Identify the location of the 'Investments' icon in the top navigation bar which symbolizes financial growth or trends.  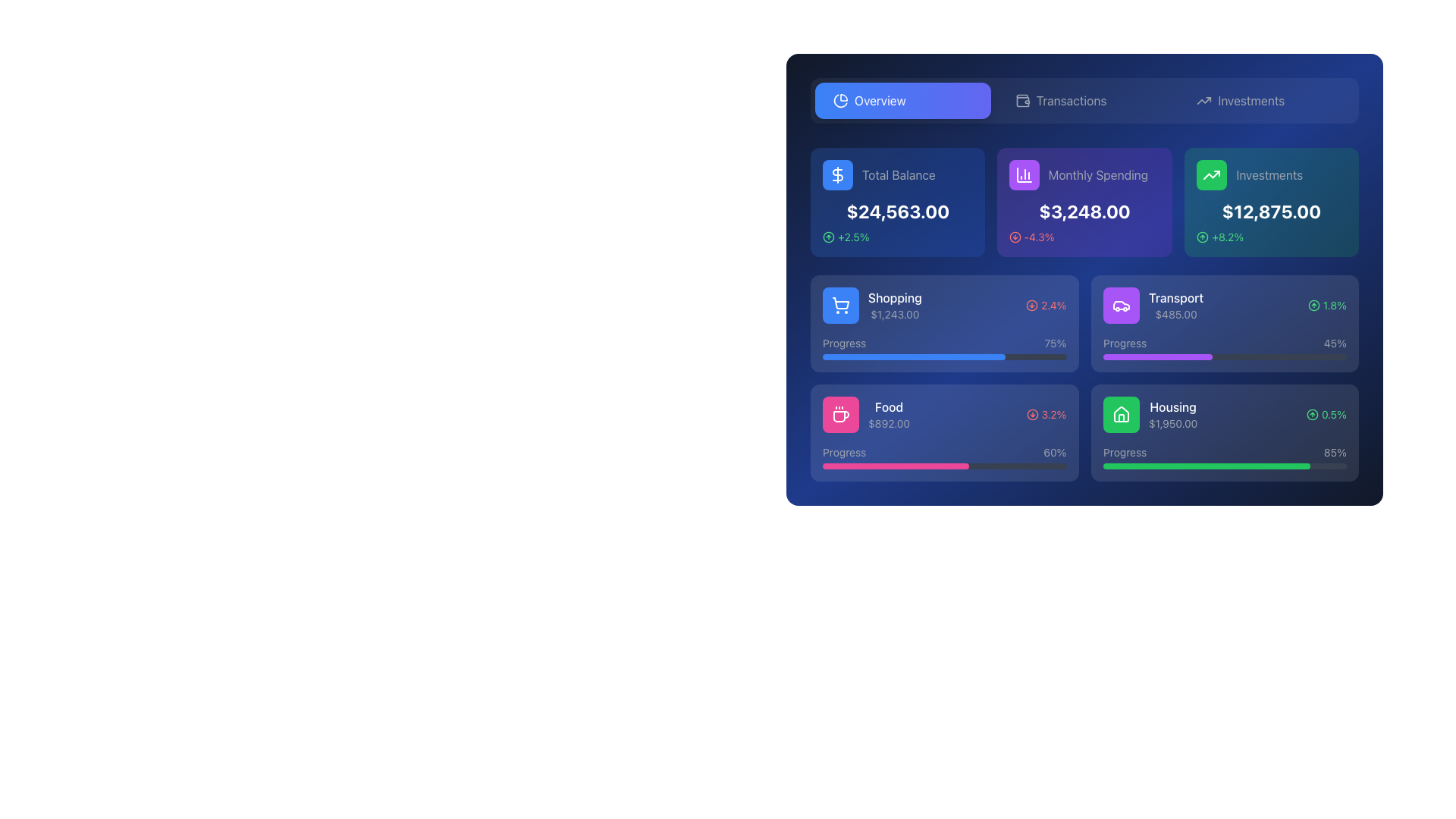
(1203, 100).